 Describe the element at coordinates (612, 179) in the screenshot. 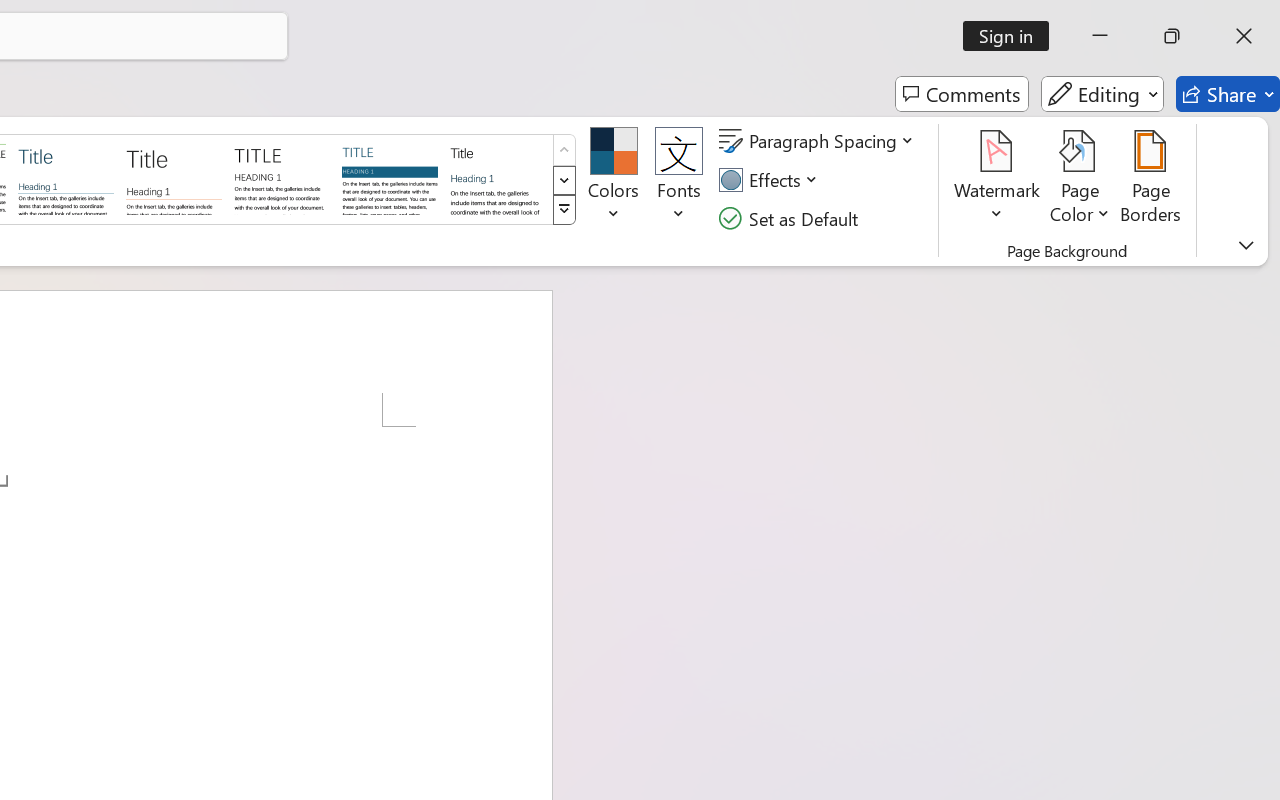

I see `'Colors'` at that location.